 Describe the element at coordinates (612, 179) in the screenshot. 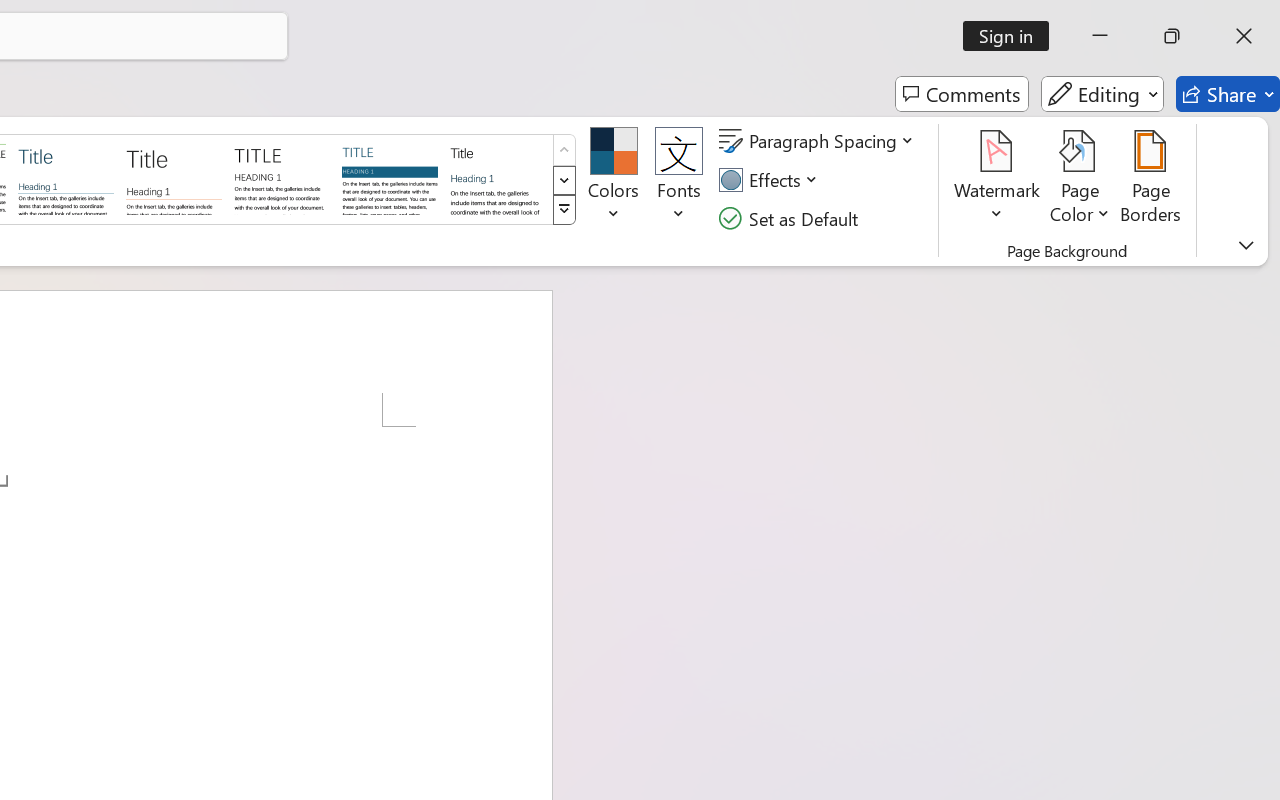

I see `'Colors'` at that location.